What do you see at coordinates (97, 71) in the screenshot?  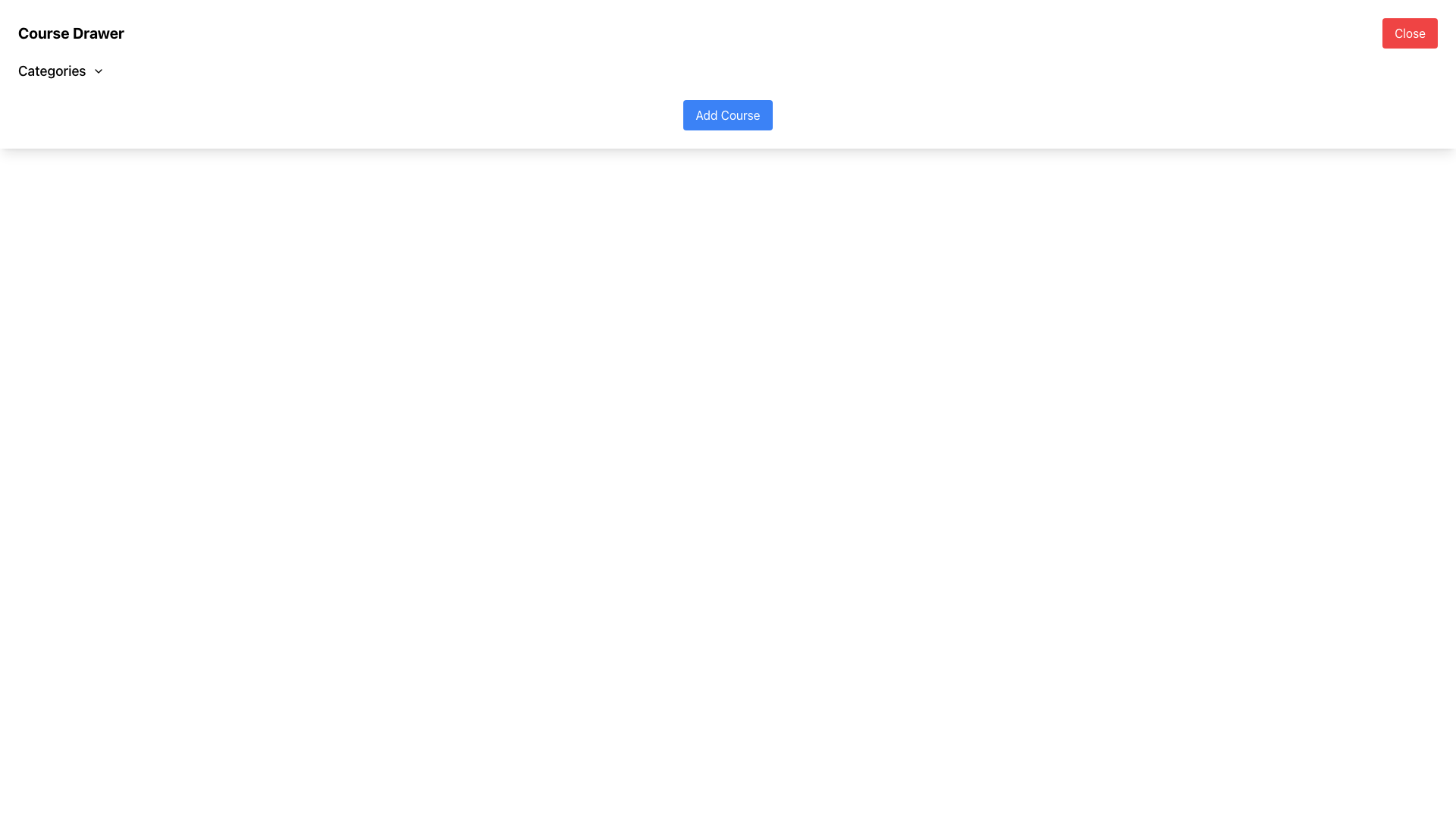 I see `the chevron icon next to the 'Categories' header` at bounding box center [97, 71].